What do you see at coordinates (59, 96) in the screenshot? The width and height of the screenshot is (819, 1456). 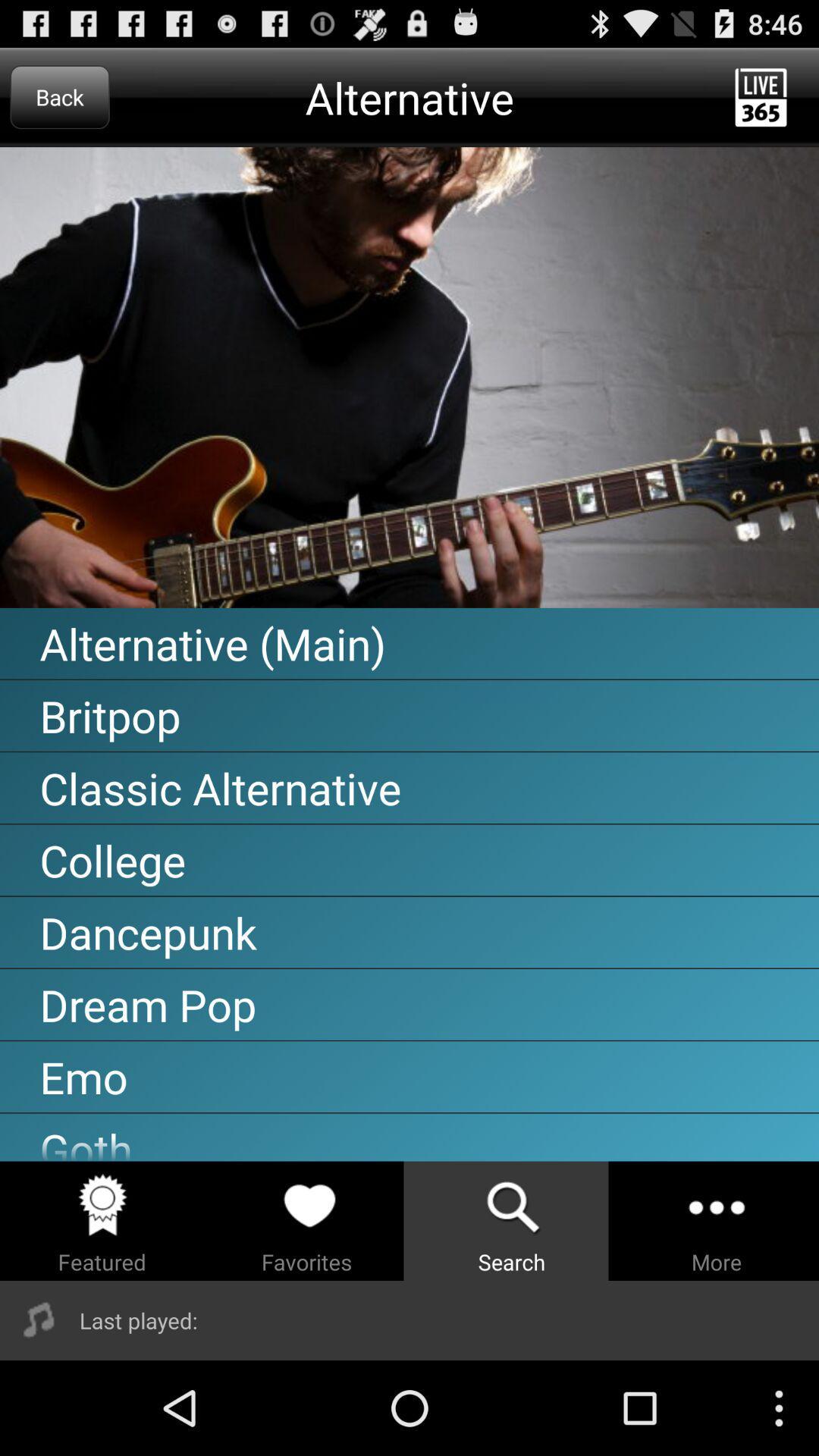 I see `the icon to the left of alternative` at bounding box center [59, 96].